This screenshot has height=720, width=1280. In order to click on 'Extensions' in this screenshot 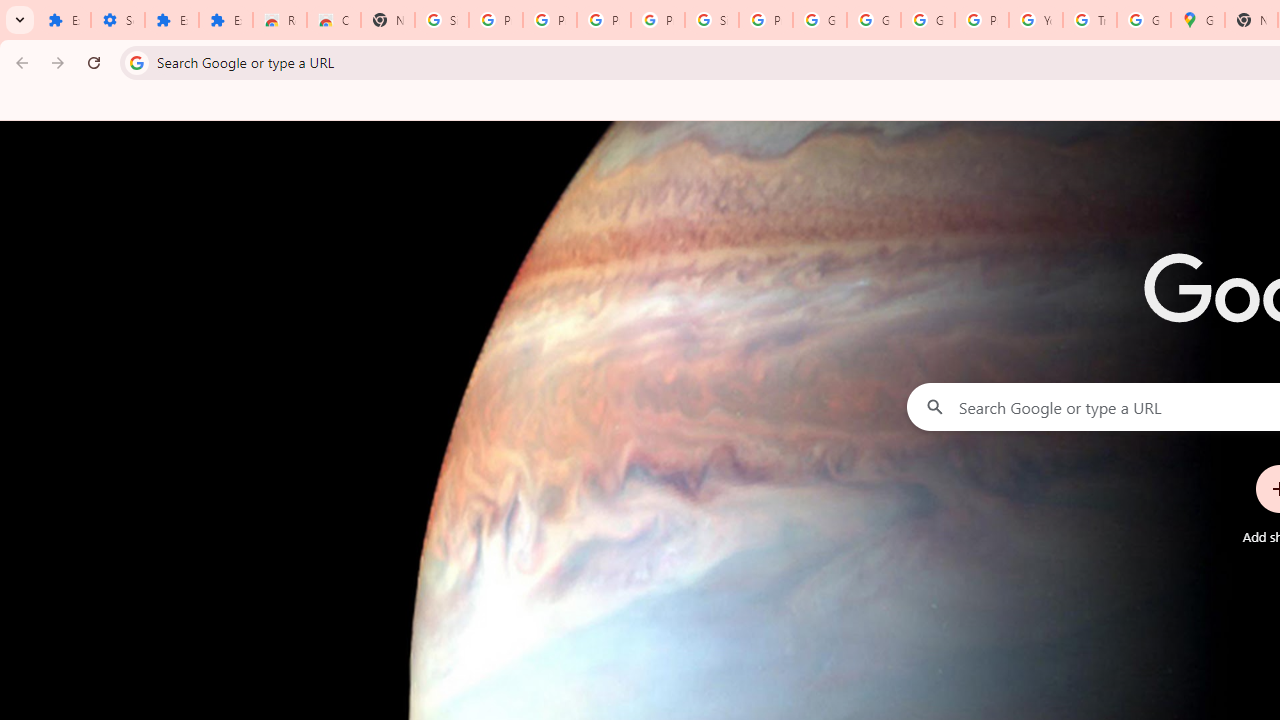, I will do `click(171, 20)`.